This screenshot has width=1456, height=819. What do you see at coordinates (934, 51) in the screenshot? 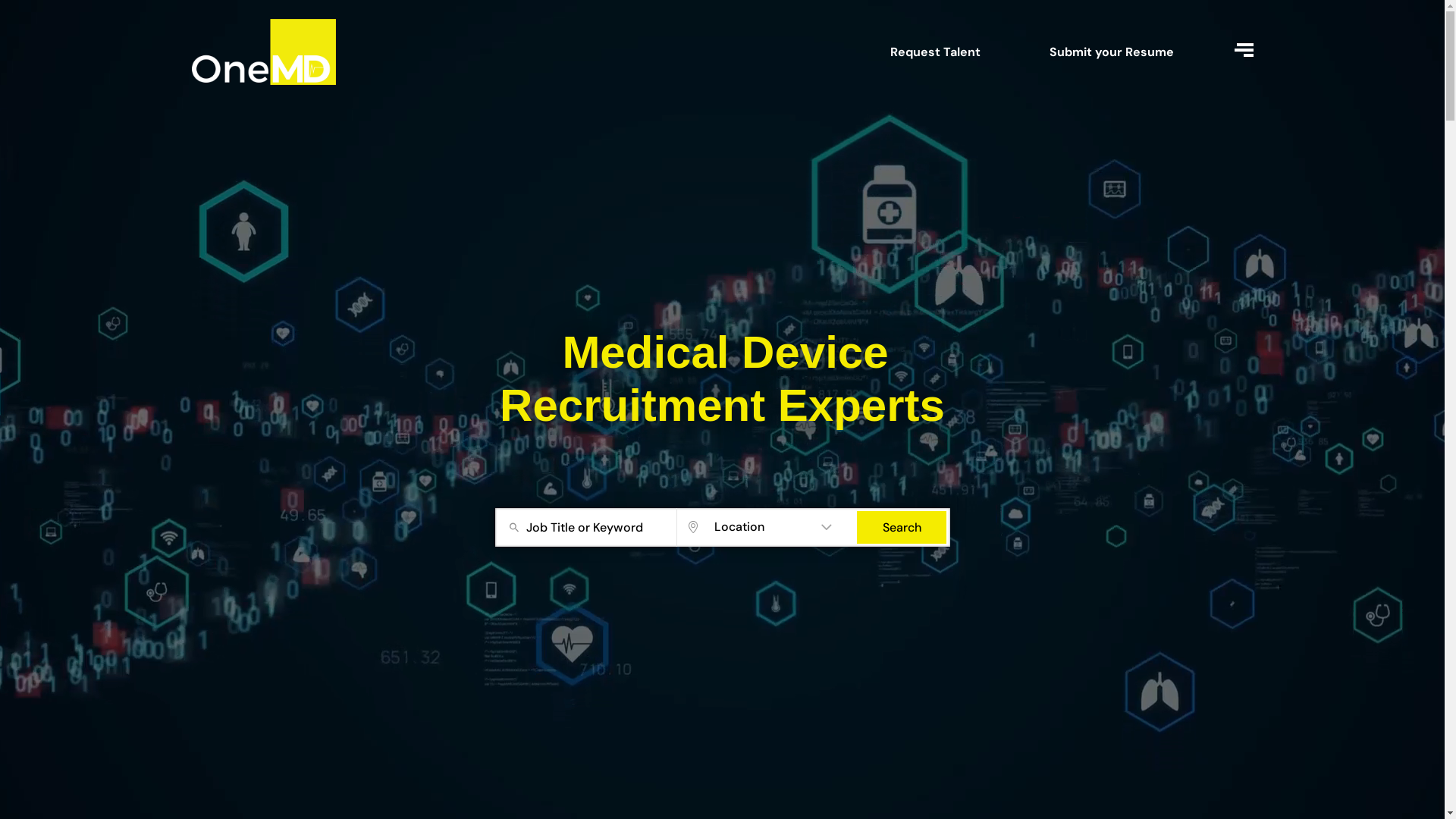
I see `'Request Talent'` at bounding box center [934, 51].